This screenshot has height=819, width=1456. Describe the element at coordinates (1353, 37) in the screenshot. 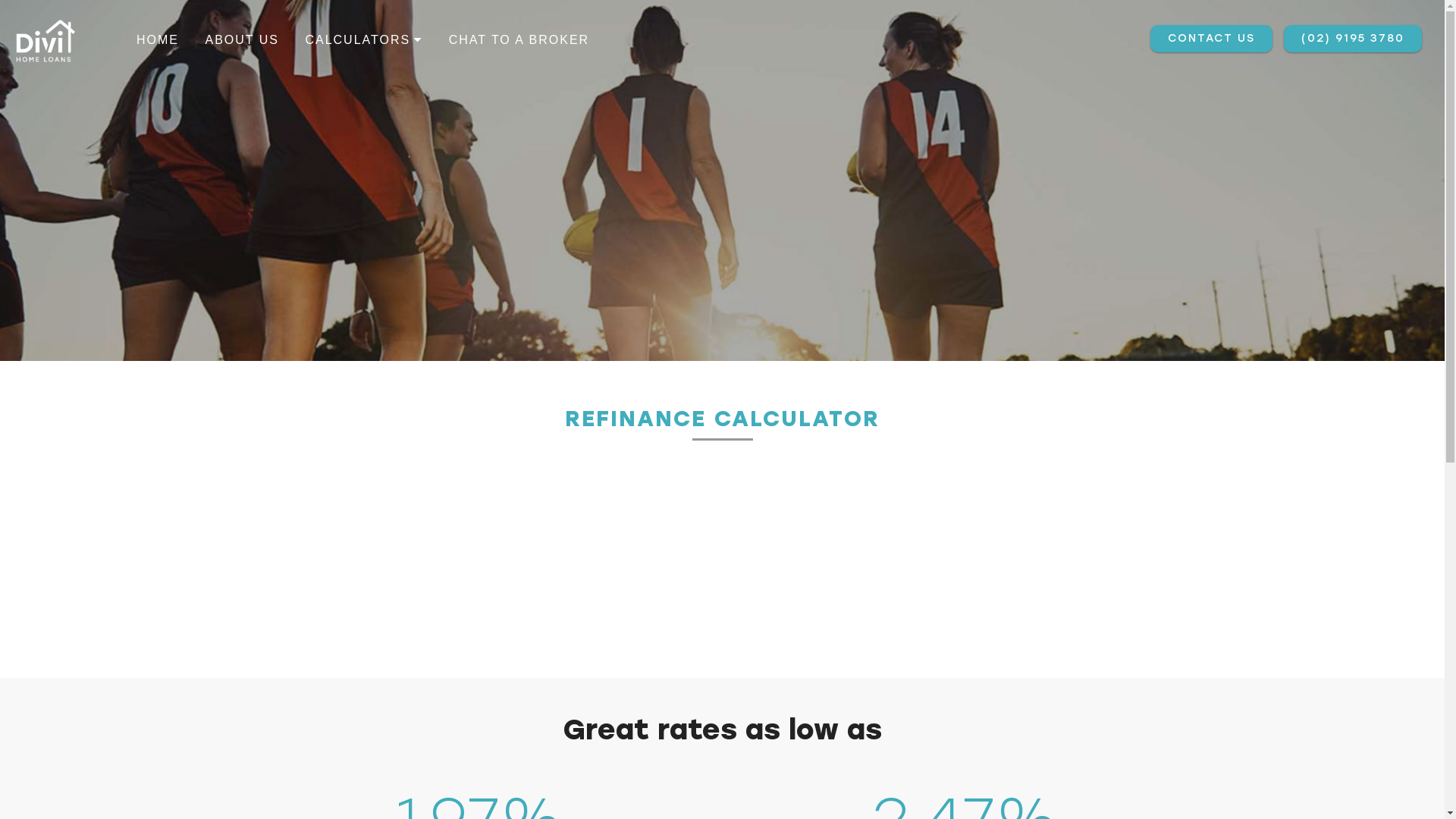

I see `'(02) 9195 3780'` at that location.